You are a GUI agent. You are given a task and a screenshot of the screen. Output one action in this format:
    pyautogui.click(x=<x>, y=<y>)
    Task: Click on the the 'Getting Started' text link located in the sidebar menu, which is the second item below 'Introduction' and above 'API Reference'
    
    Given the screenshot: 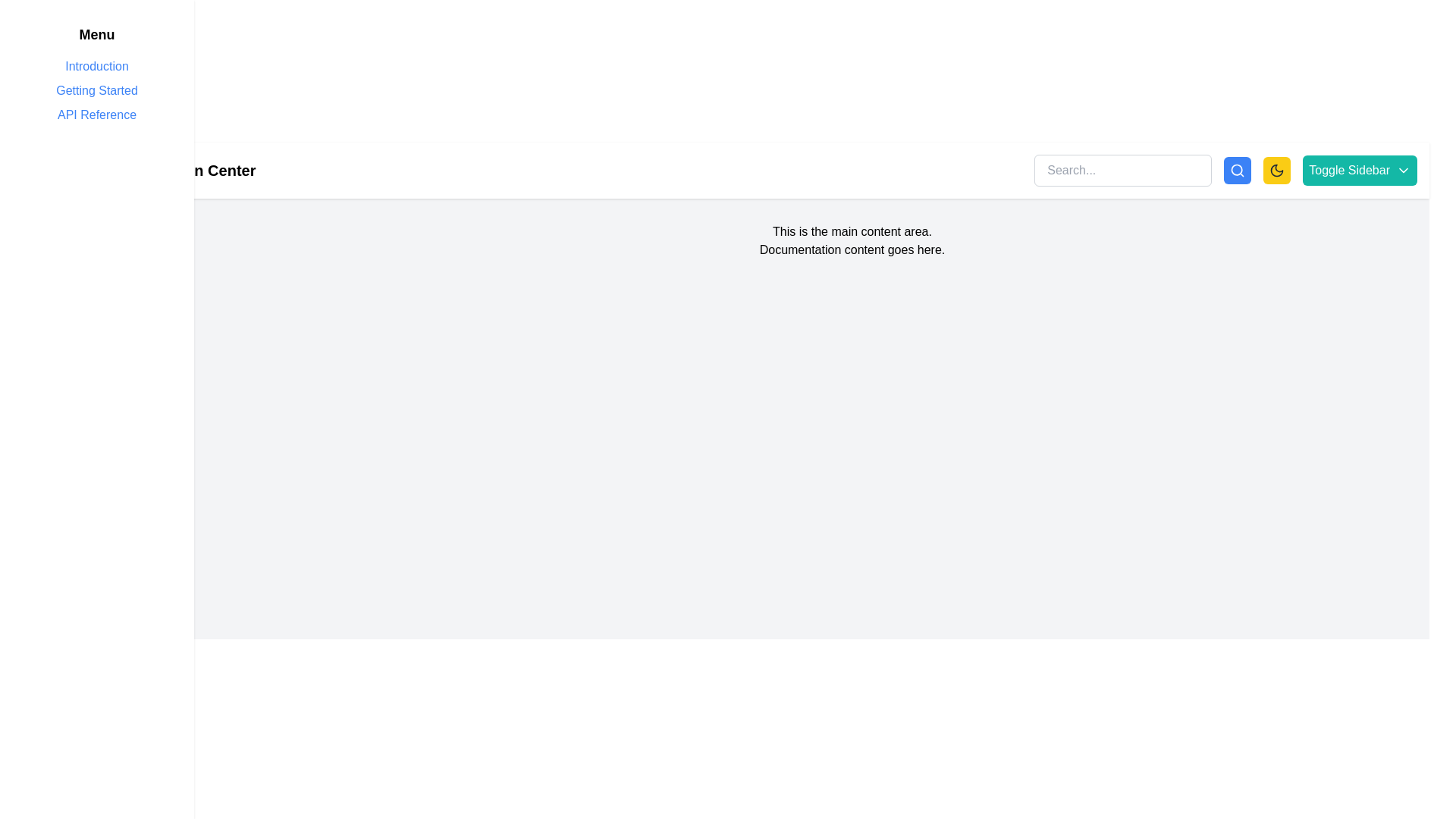 What is the action you would take?
    pyautogui.click(x=96, y=90)
    